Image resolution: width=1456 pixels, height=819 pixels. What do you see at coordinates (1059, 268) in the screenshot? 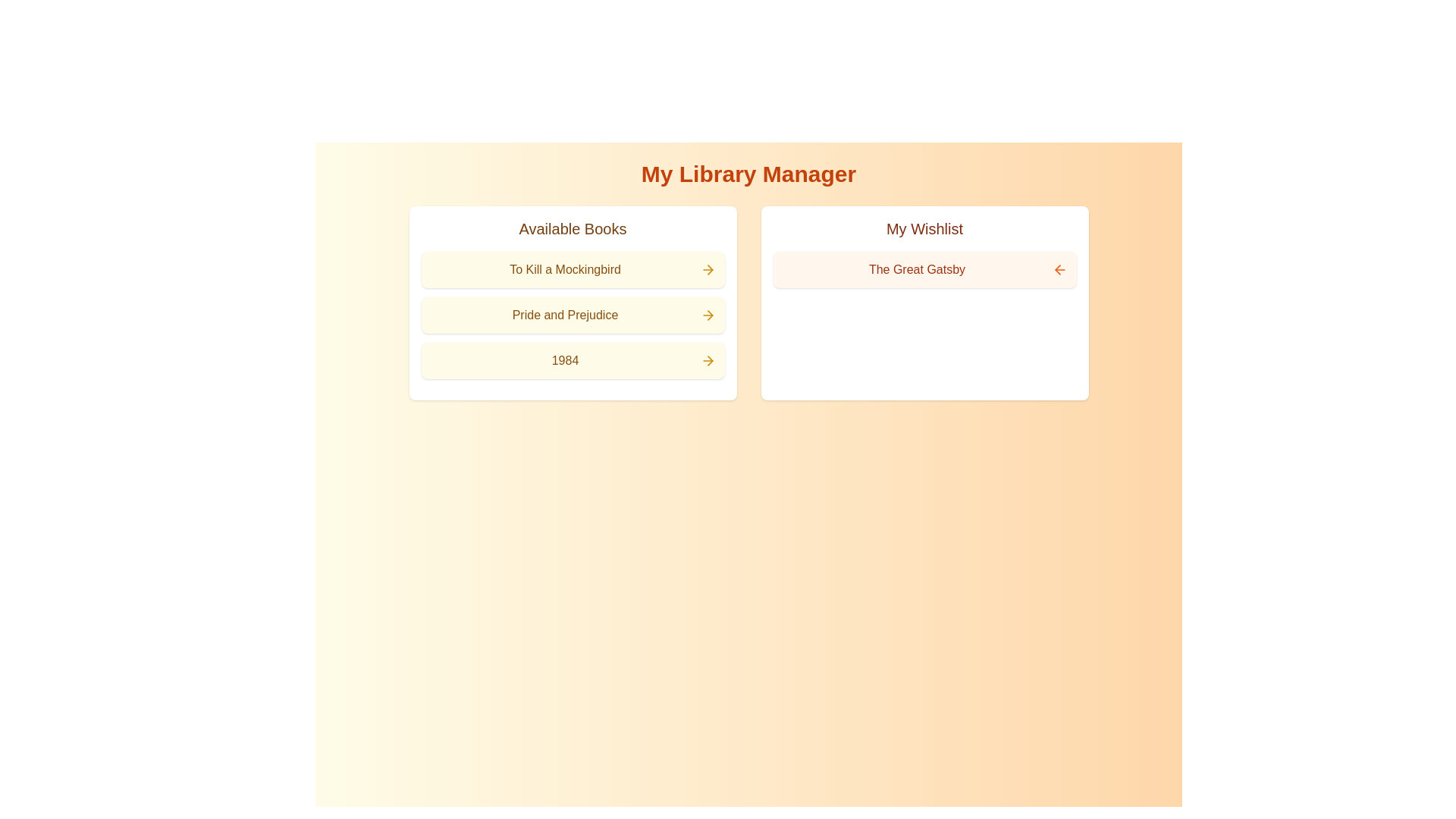
I see `left arrow button next to the book 'The Great Gatsby' in the 'My Wishlist' section` at bounding box center [1059, 268].